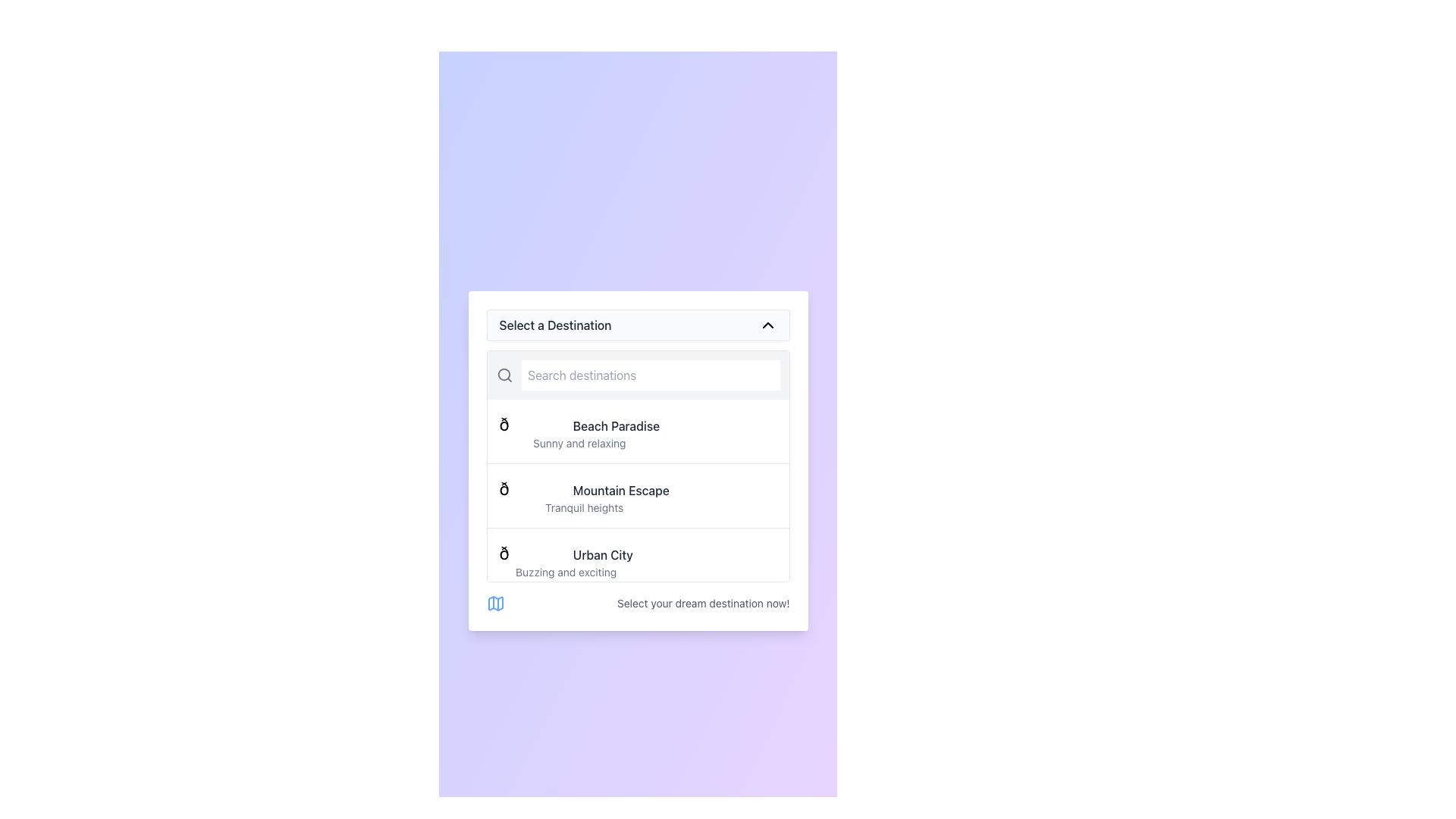  What do you see at coordinates (602, 555) in the screenshot?
I see `the 'Urban City' text label, which is styled in medium-weight gray font and is the second part of a grouped entry in a vertical list of destinations` at bounding box center [602, 555].